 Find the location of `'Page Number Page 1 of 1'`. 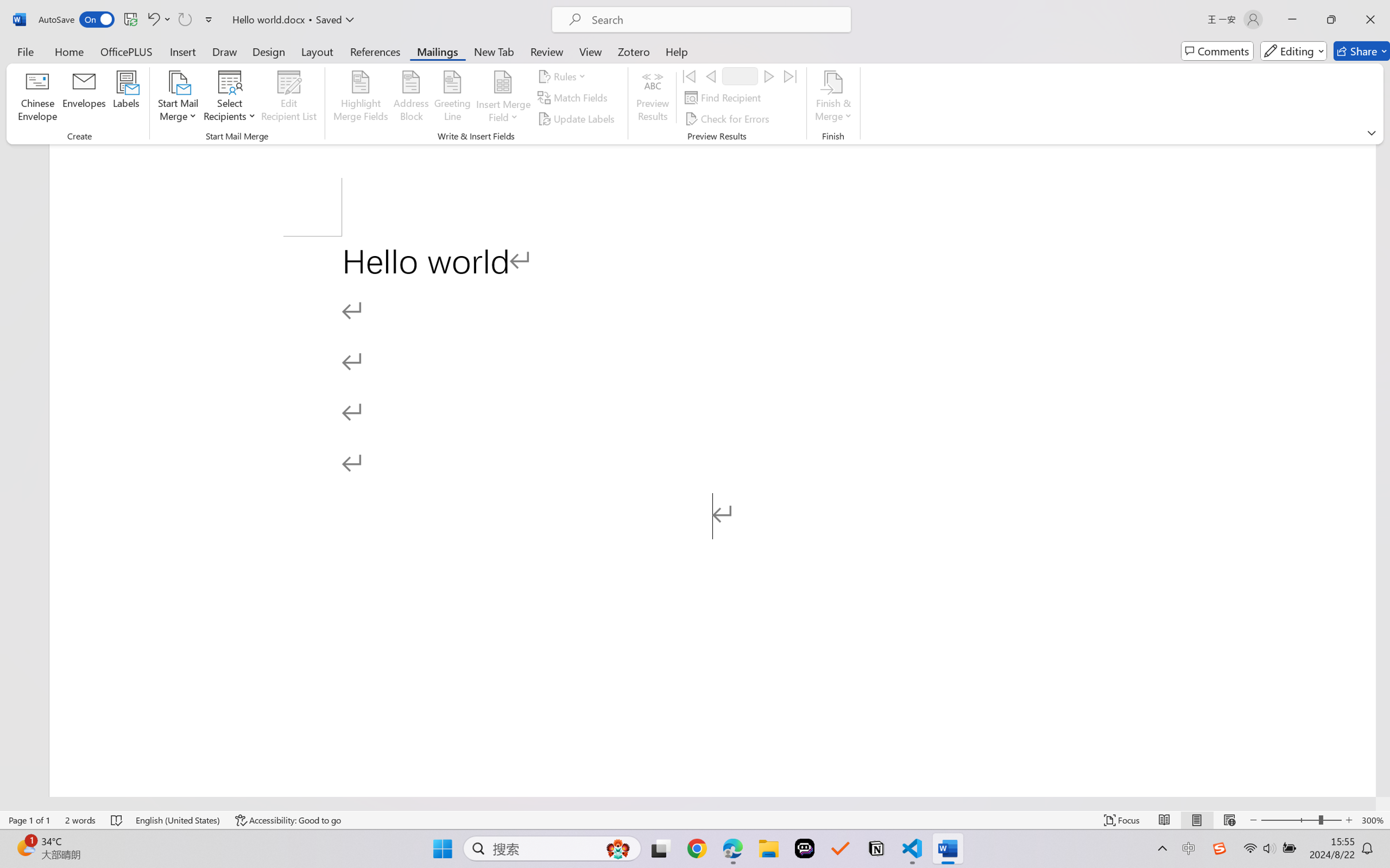

'Page Number Page 1 of 1' is located at coordinates (30, 820).